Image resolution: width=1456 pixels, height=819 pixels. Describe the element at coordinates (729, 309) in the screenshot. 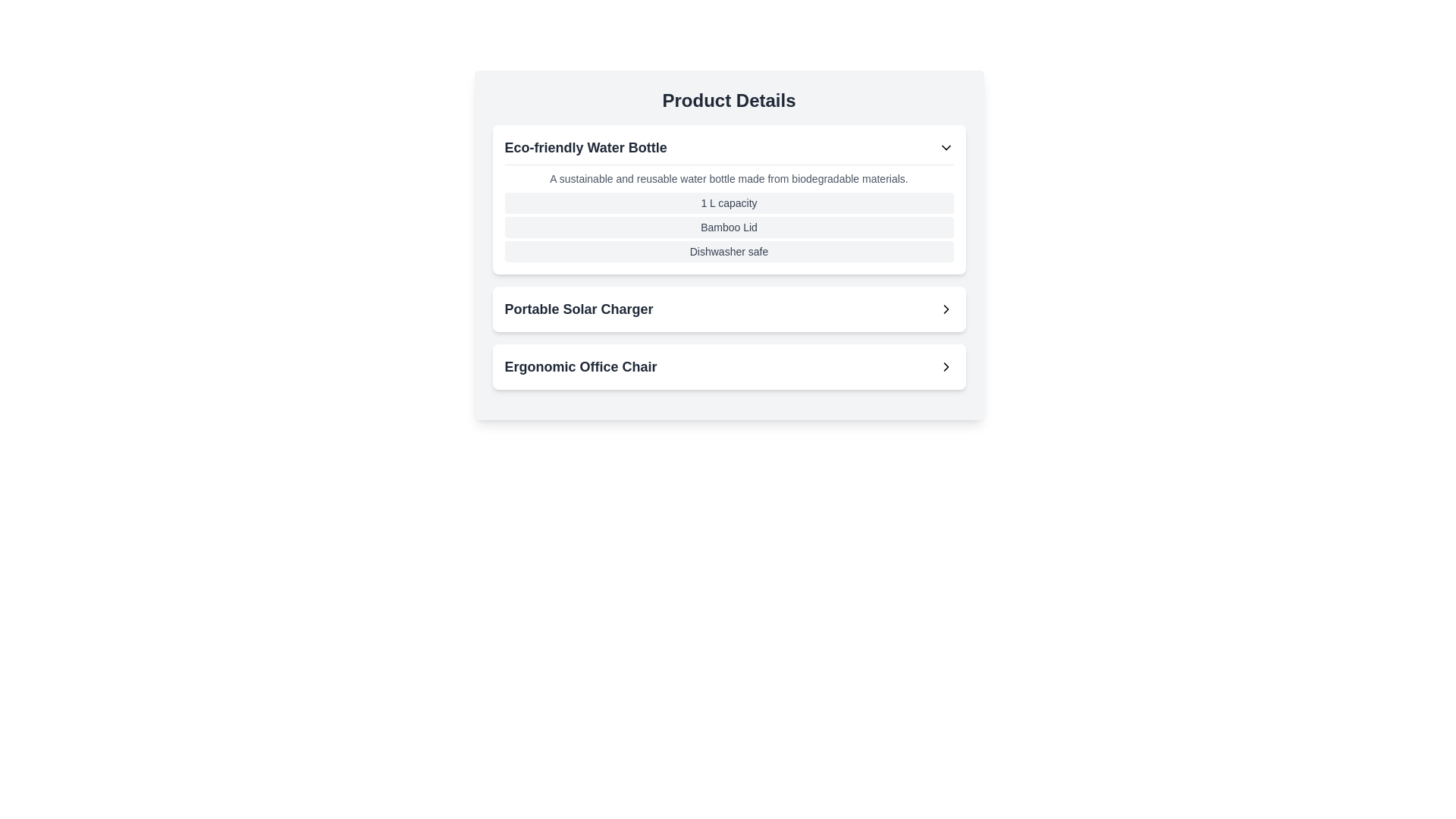

I see `the 'Portable Solar Charger' button-like list item for keyboard navigation` at that location.